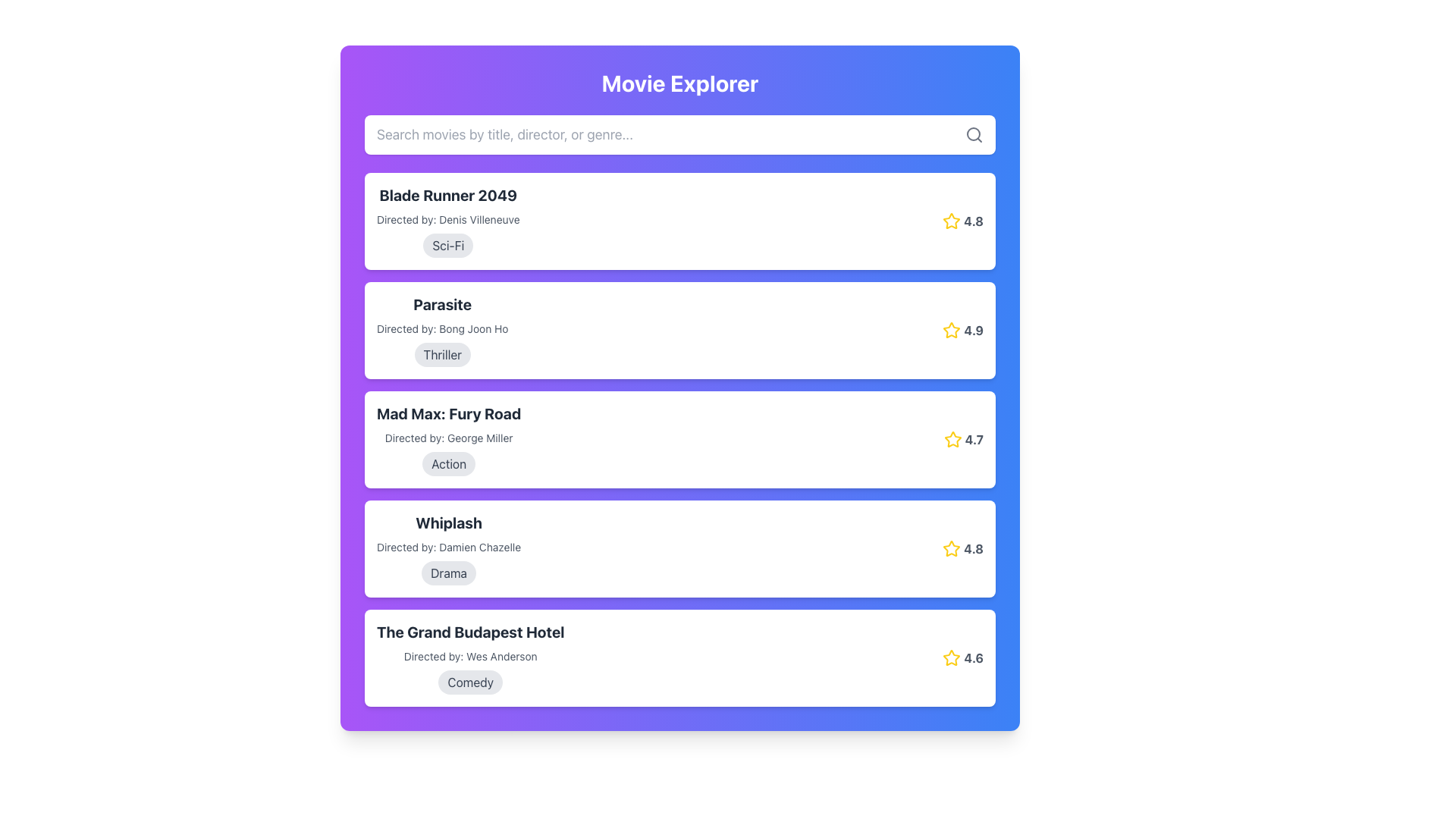 The height and width of the screenshot is (819, 1456). Describe the element at coordinates (448, 547) in the screenshot. I see `the text label that reads 'Directed by: Damien Chazelle', which is styled in a small gray font and positioned within the movie information card, located below the movie title 'Whiplash'` at that location.